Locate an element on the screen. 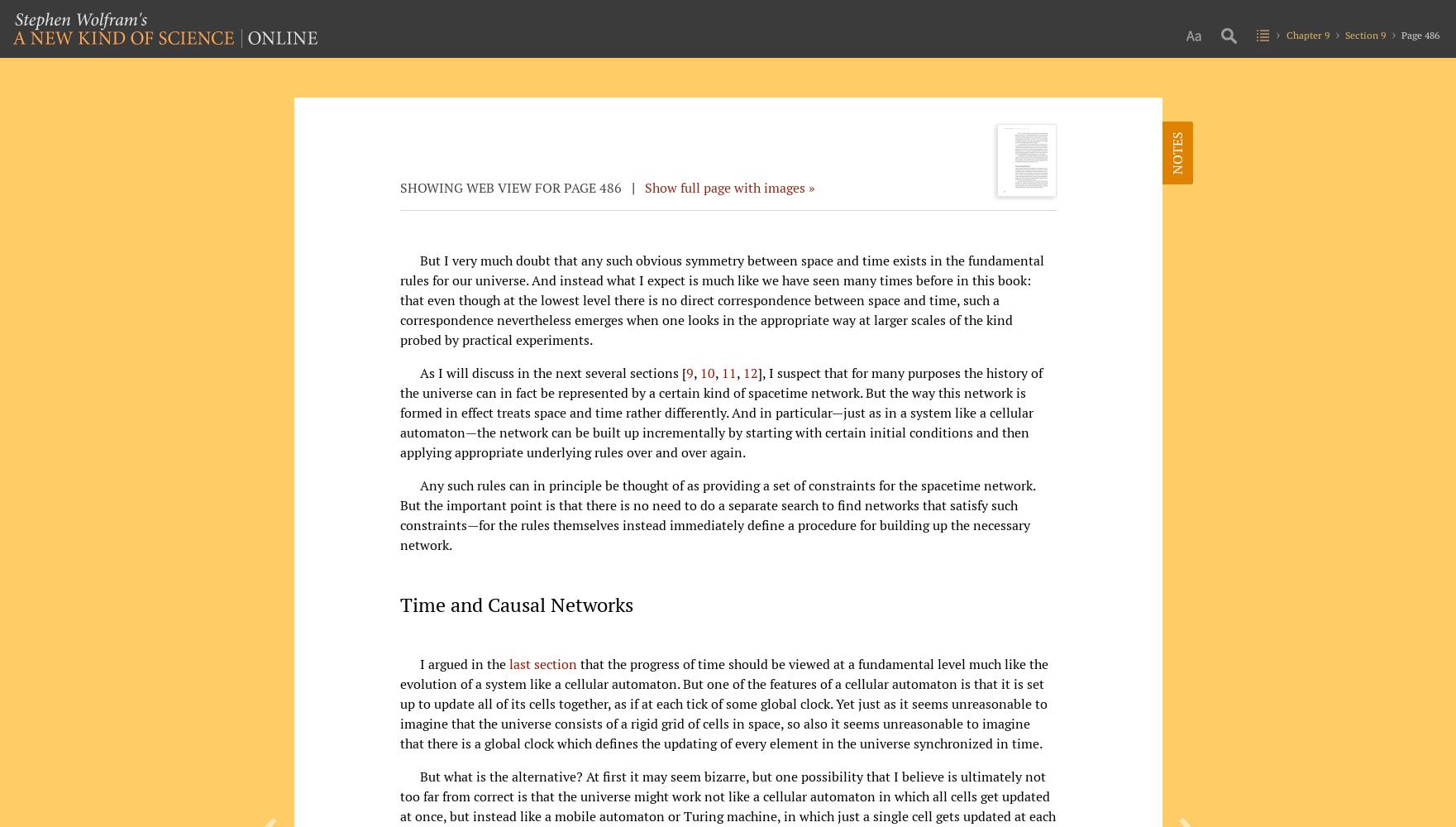 The width and height of the screenshot is (1456, 827). 'Section 9' is located at coordinates (1363, 35).